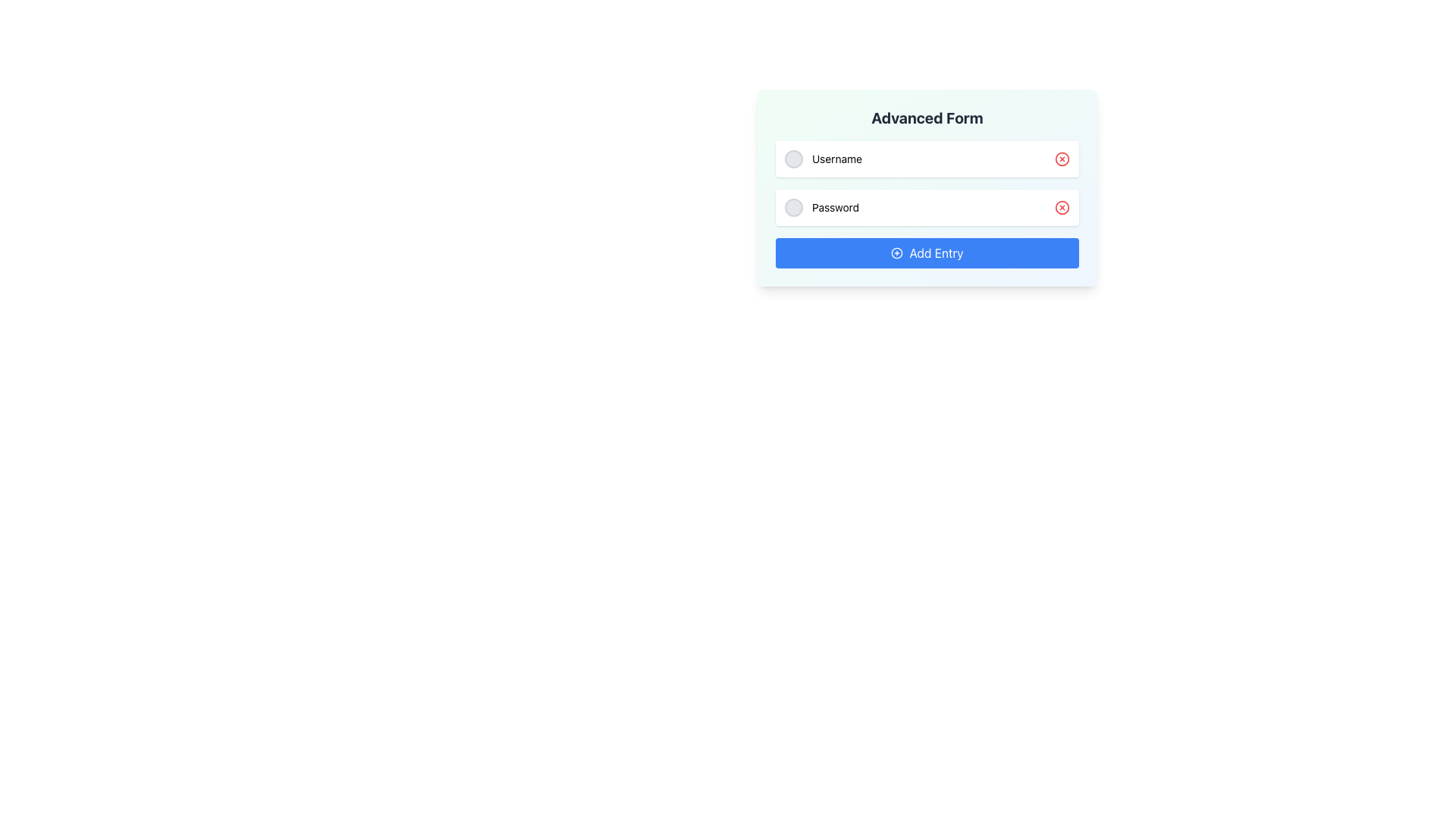 The image size is (1456, 819). Describe the element at coordinates (821, 207) in the screenshot. I see `label that indicates the password input field, which is positioned immediately below the Username field in the form layout` at that location.